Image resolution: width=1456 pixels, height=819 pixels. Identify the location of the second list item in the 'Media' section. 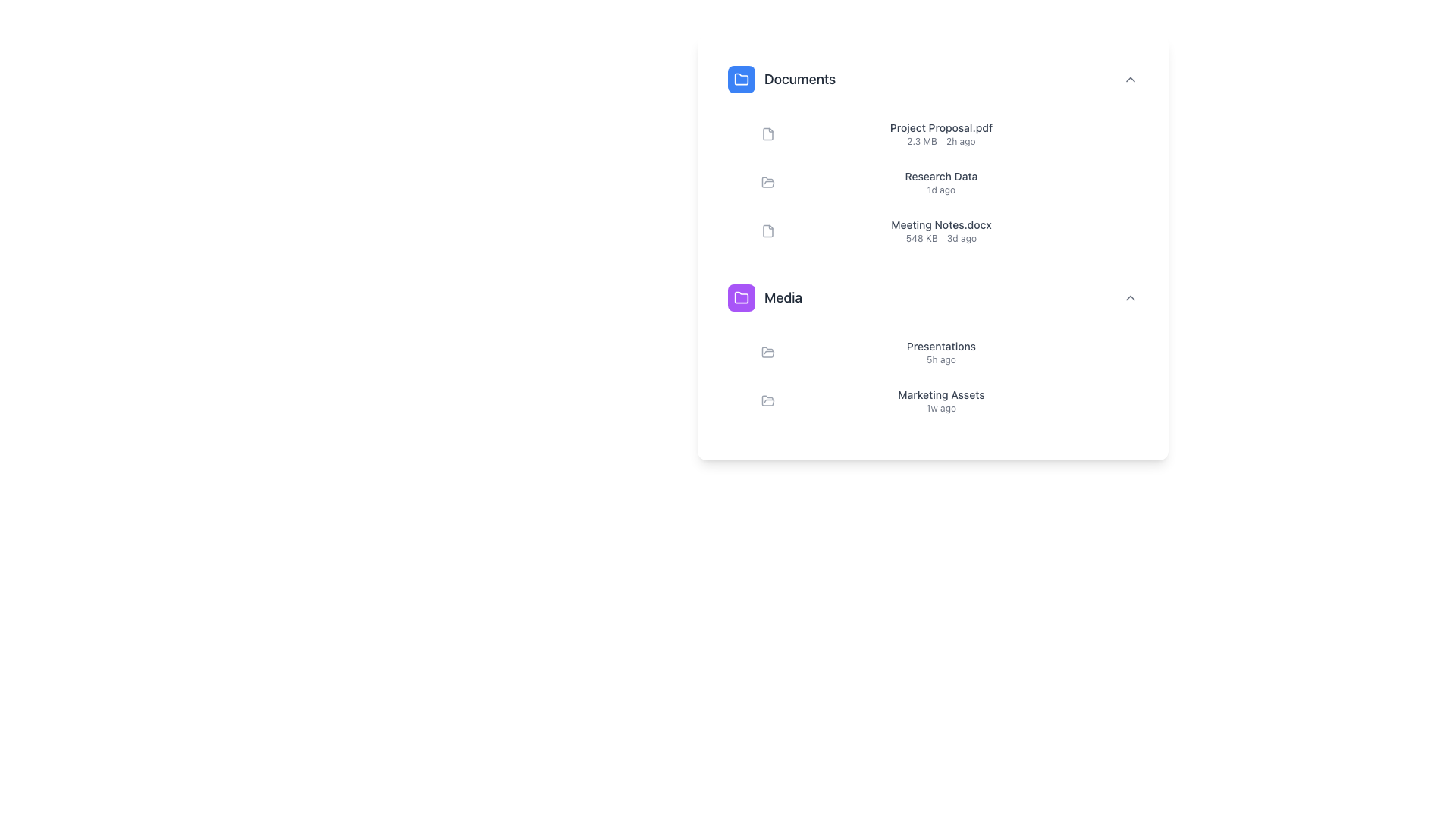
(950, 400).